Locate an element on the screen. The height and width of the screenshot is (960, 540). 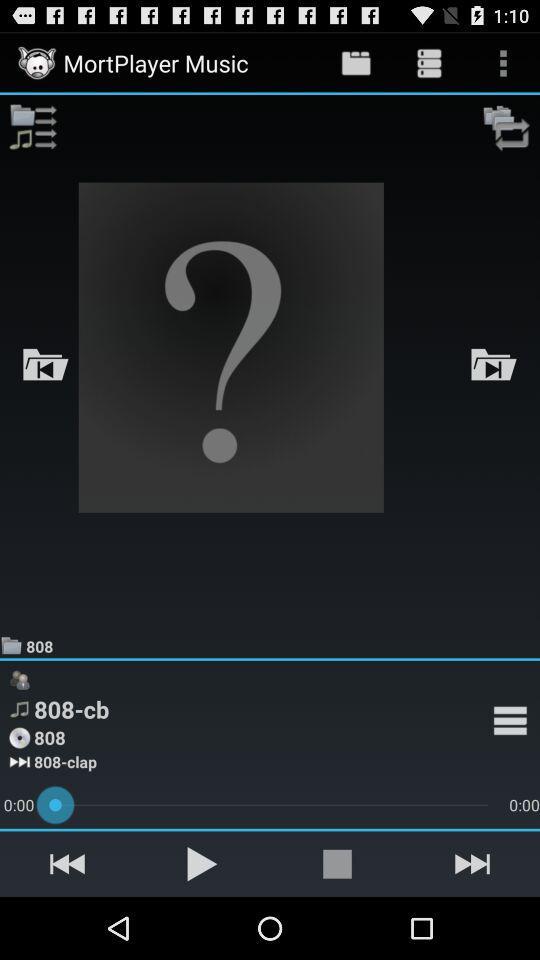
the sliders icon is located at coordinates (31, 135).